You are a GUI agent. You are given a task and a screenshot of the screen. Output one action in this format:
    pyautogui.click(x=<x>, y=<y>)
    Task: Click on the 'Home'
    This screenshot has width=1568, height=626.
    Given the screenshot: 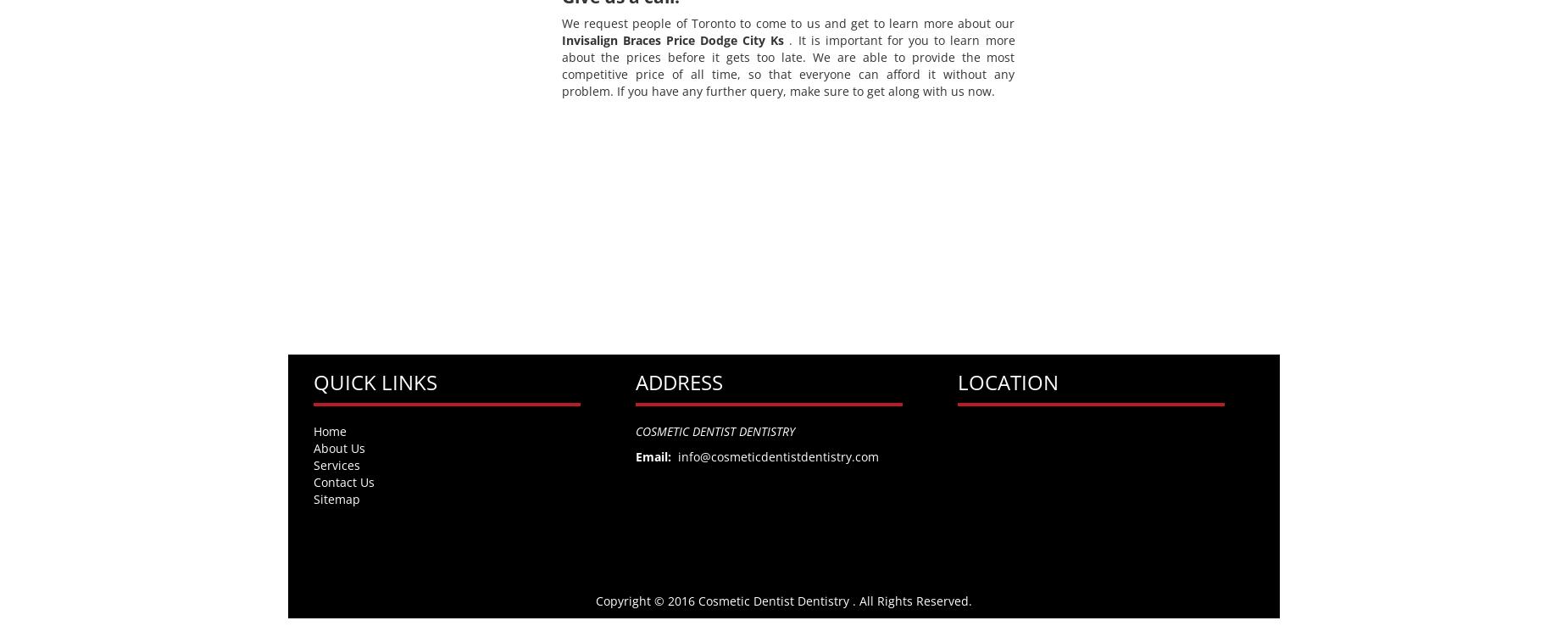 What is the action you would take?
    pyautogui.click(x=329, y=430)
    